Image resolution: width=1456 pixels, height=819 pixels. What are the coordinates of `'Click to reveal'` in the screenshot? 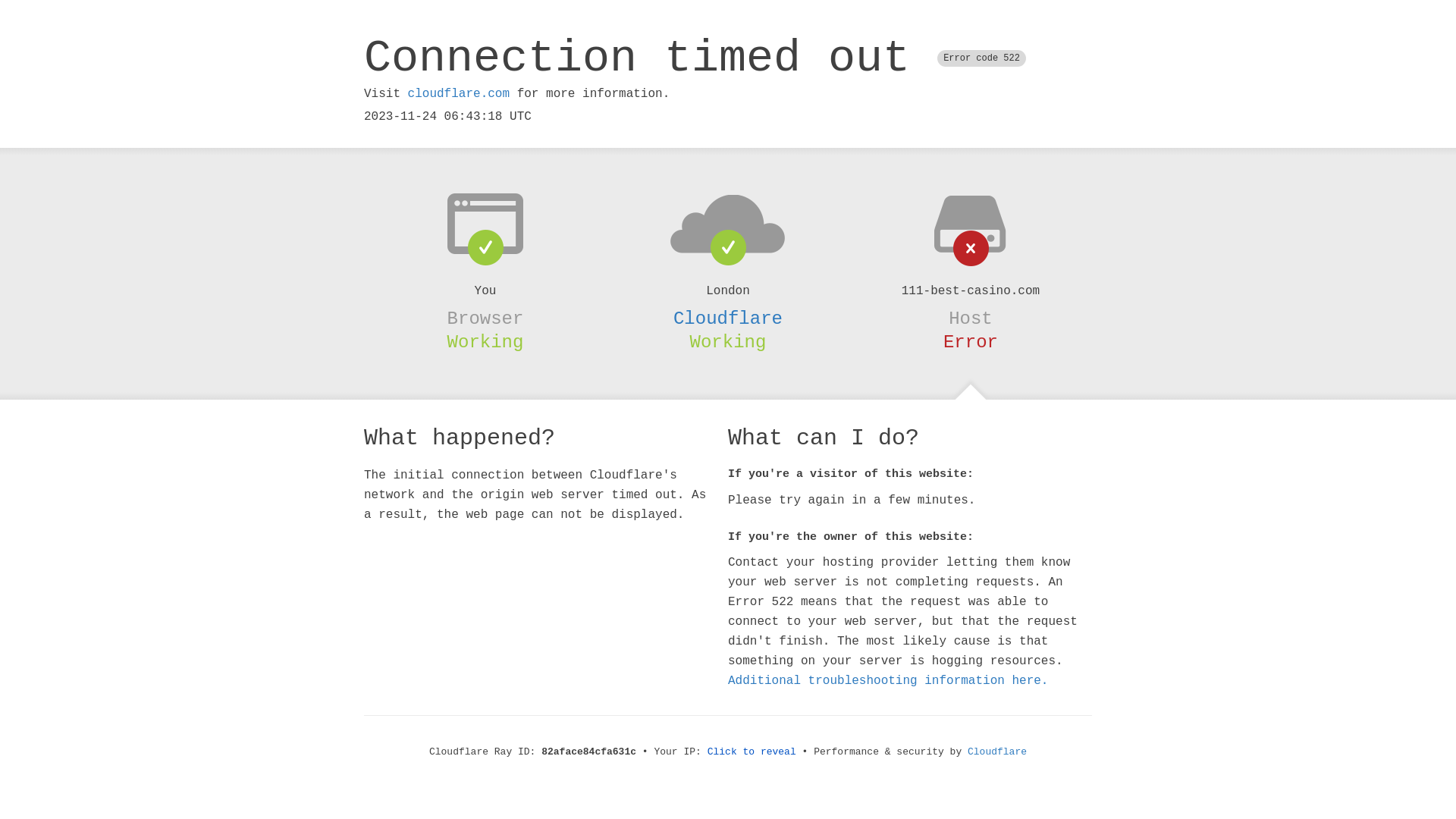 It's located at (752, 752).